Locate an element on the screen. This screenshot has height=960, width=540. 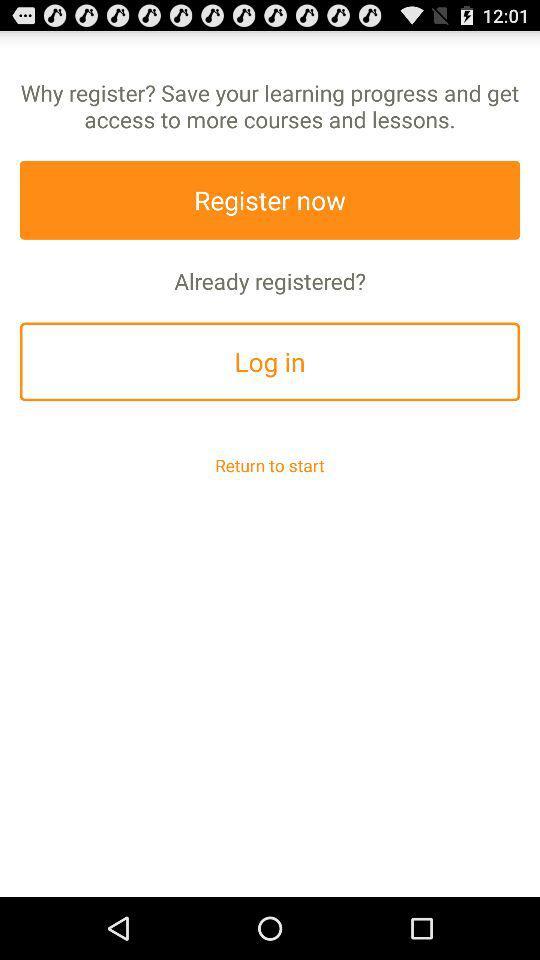
log in item is located at coordinates (270, 360).